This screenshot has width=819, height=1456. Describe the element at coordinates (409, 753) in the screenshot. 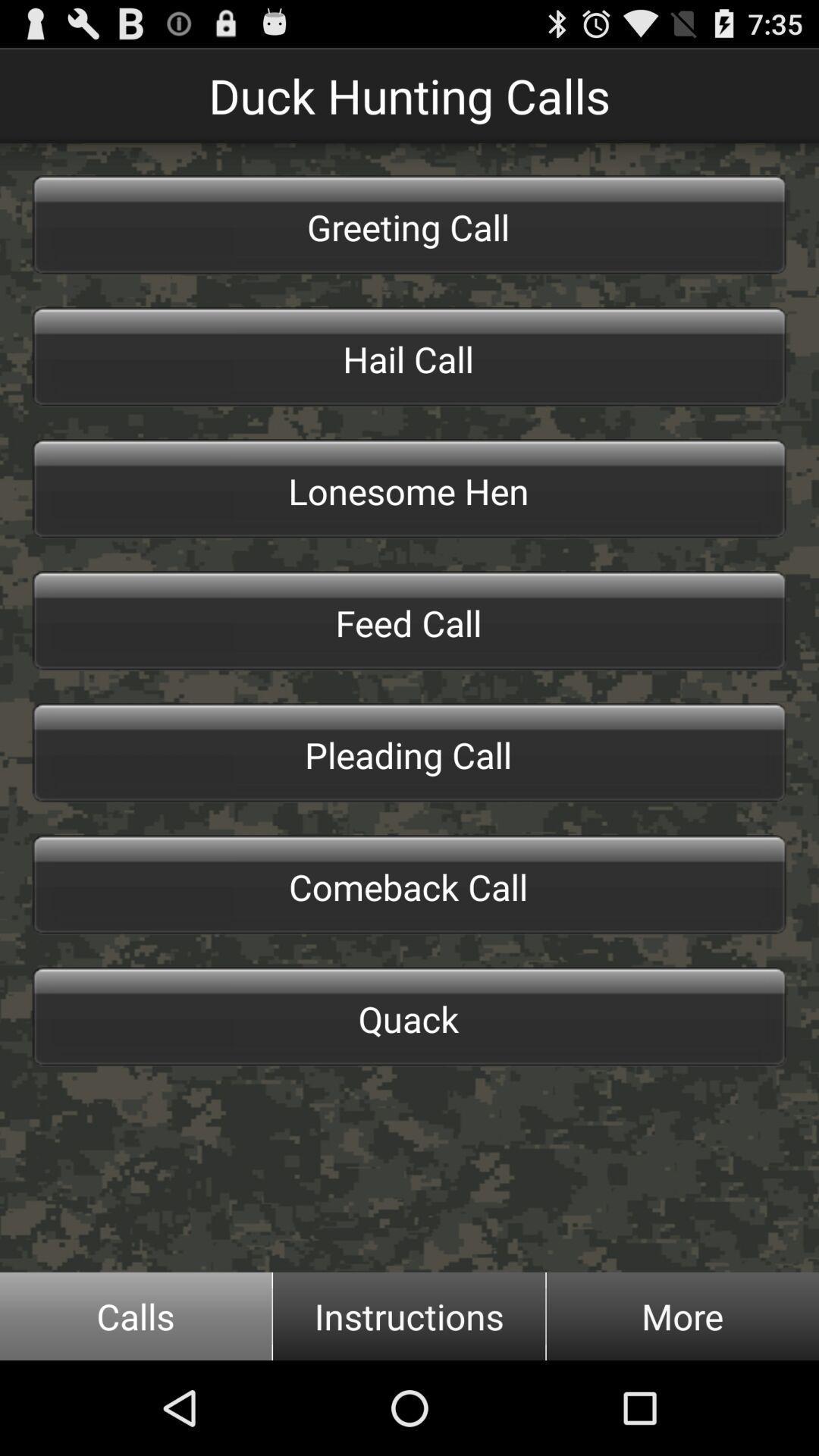

I see `the pleading call item` at that location.